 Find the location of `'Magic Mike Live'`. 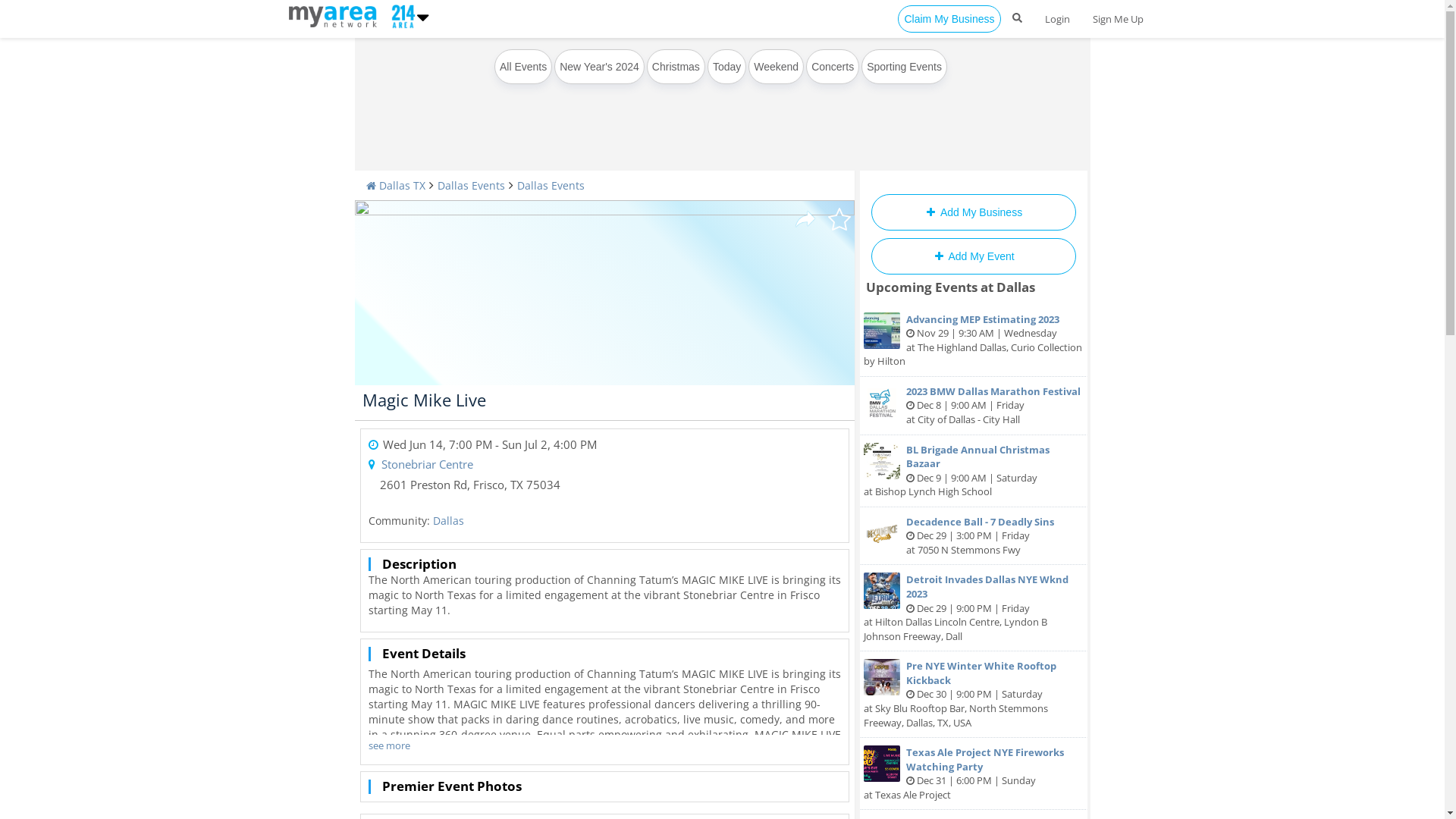

'Magic Mike Live' is located at coordinates (424, 399).